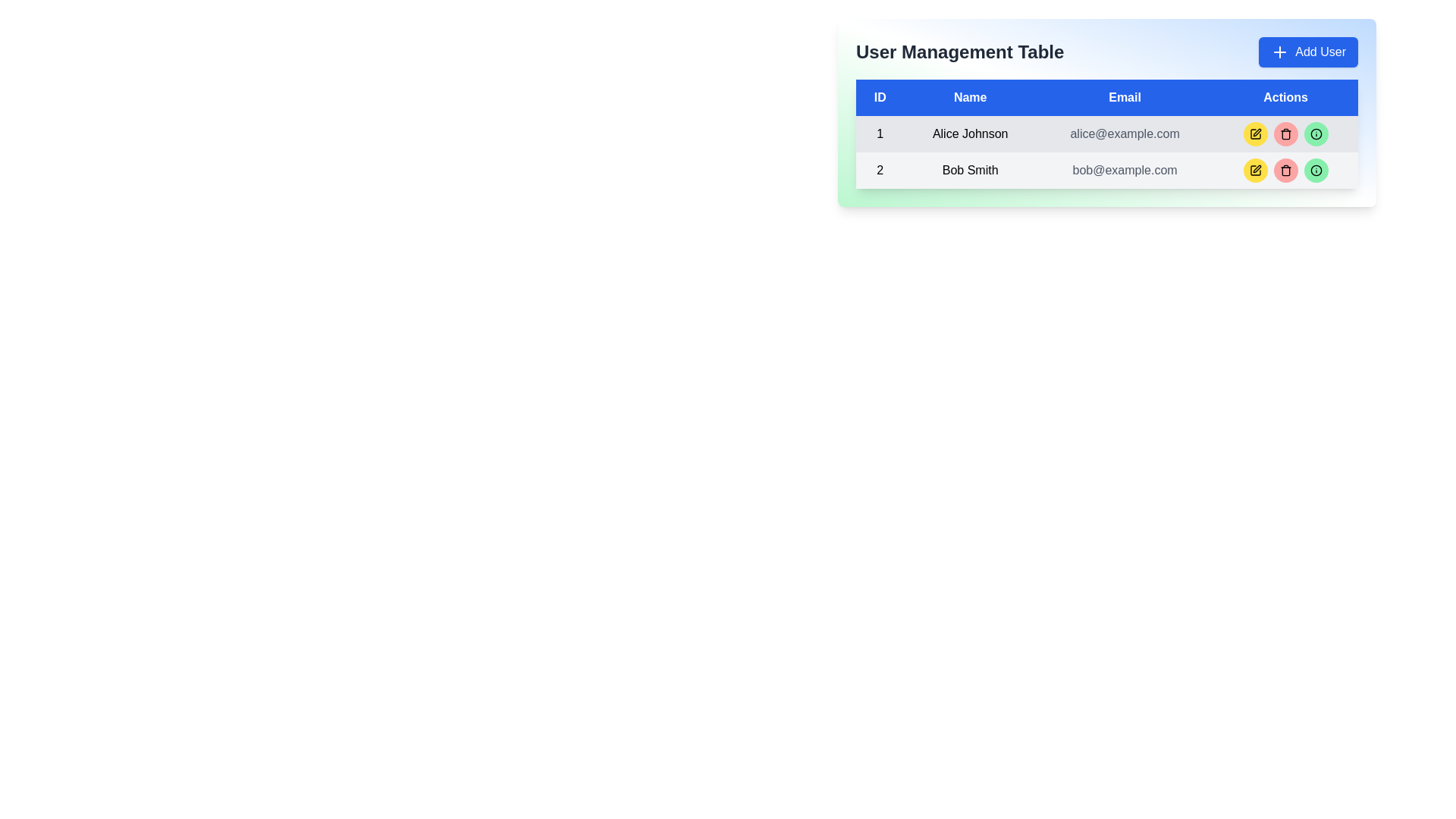  Describe the element at coordinates (880, 133) in the screenshot. I see `the numeral '1' in the ID column of the user management table for user 'Alice Johnson'` at that location.